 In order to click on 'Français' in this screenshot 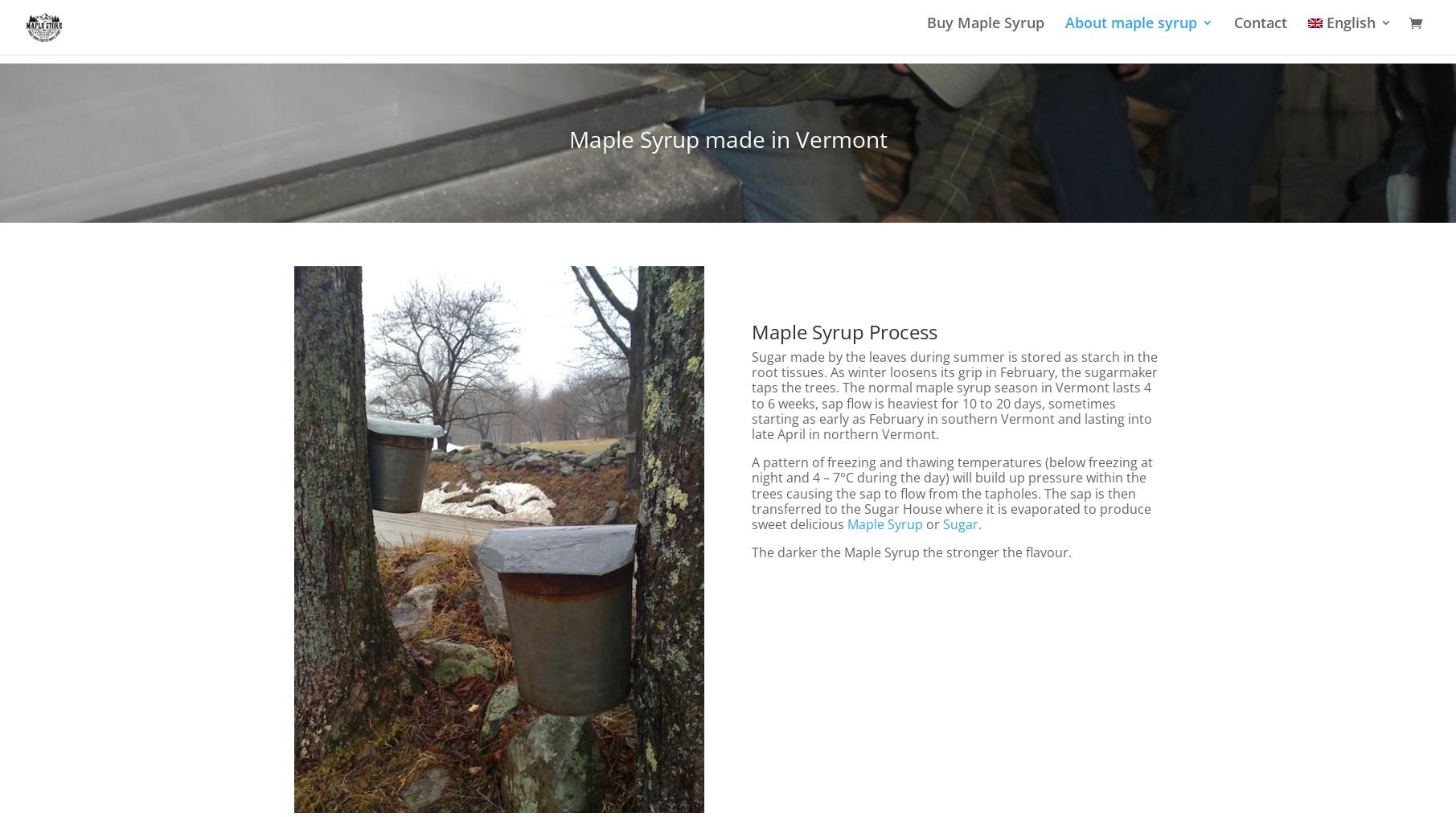, I will do `click(1387, 129)`.